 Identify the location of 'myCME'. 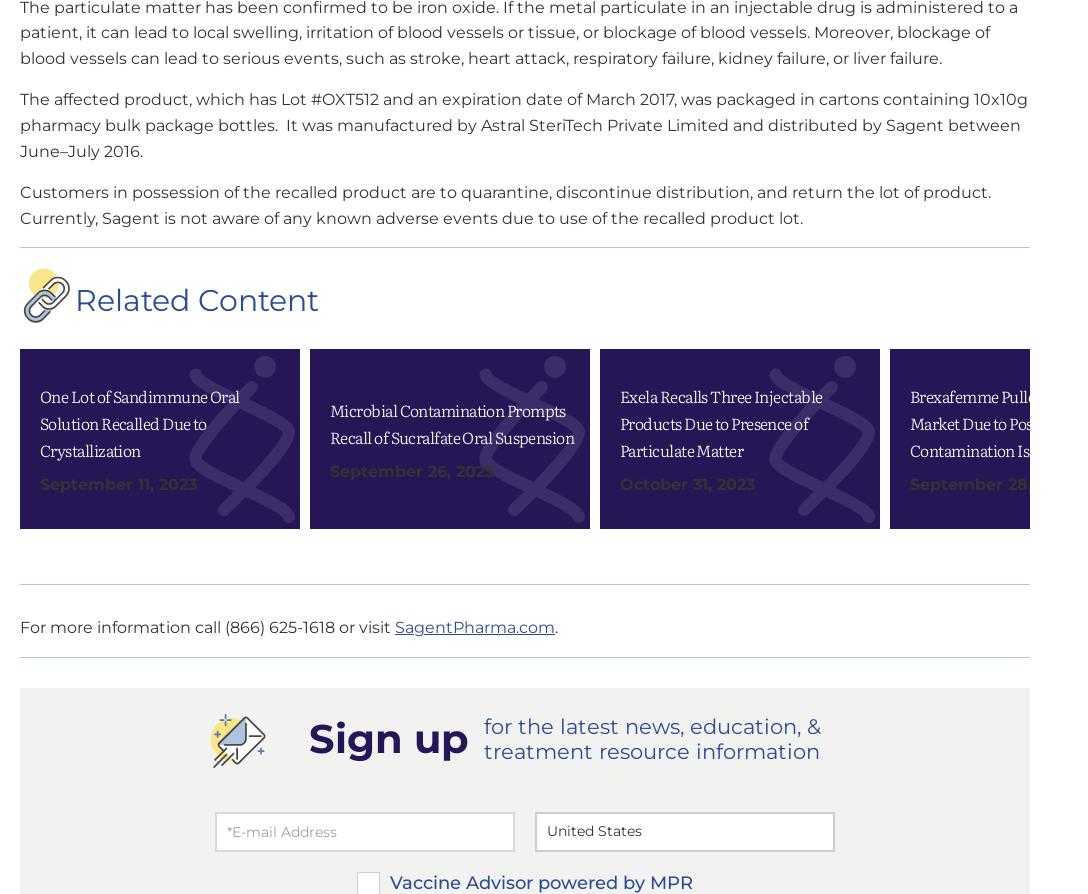
(748, 509).